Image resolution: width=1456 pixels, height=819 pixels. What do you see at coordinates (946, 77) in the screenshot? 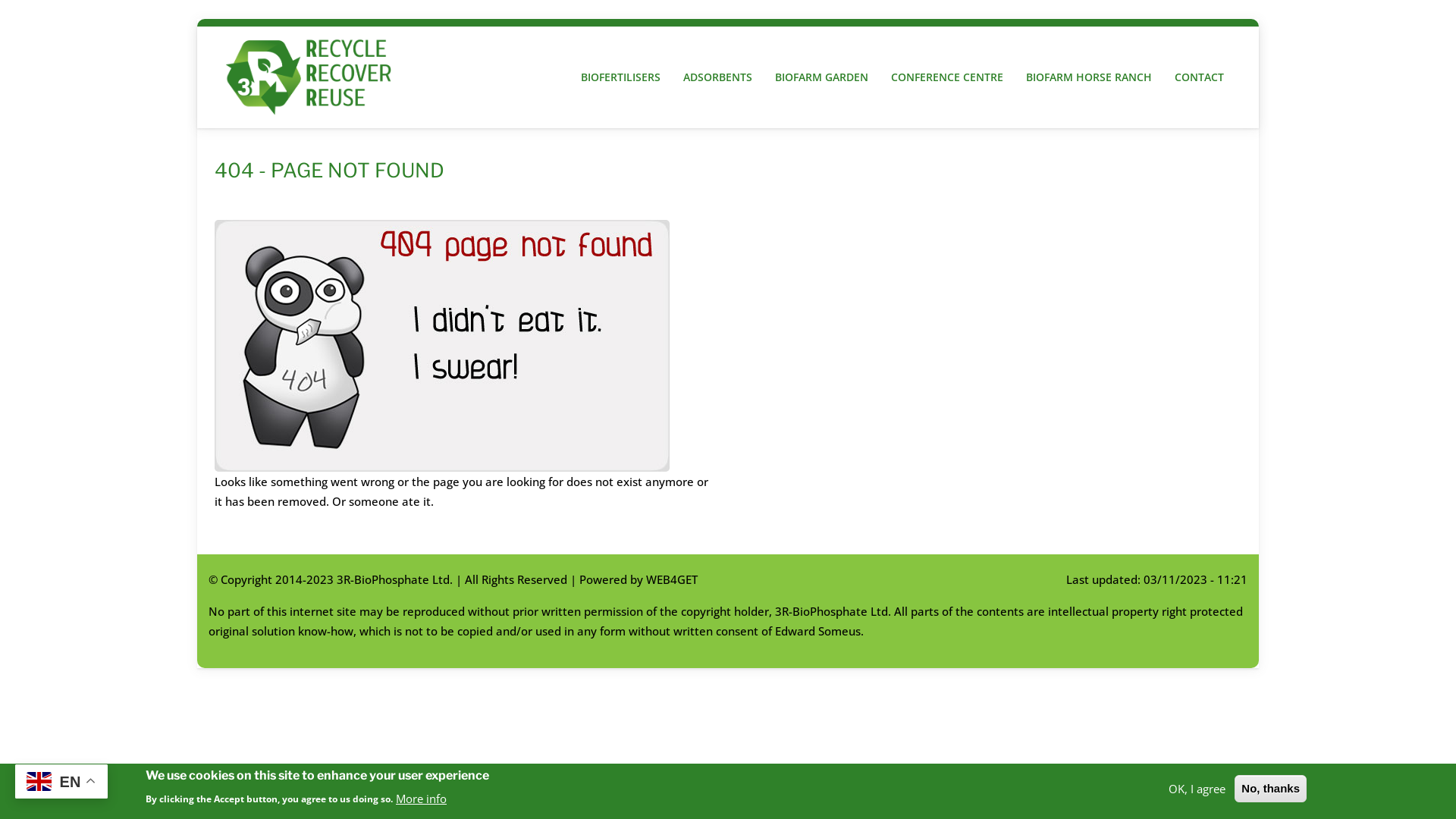
I see `'CONFERENCE CENTRE'` at bounding box center [946, 77].